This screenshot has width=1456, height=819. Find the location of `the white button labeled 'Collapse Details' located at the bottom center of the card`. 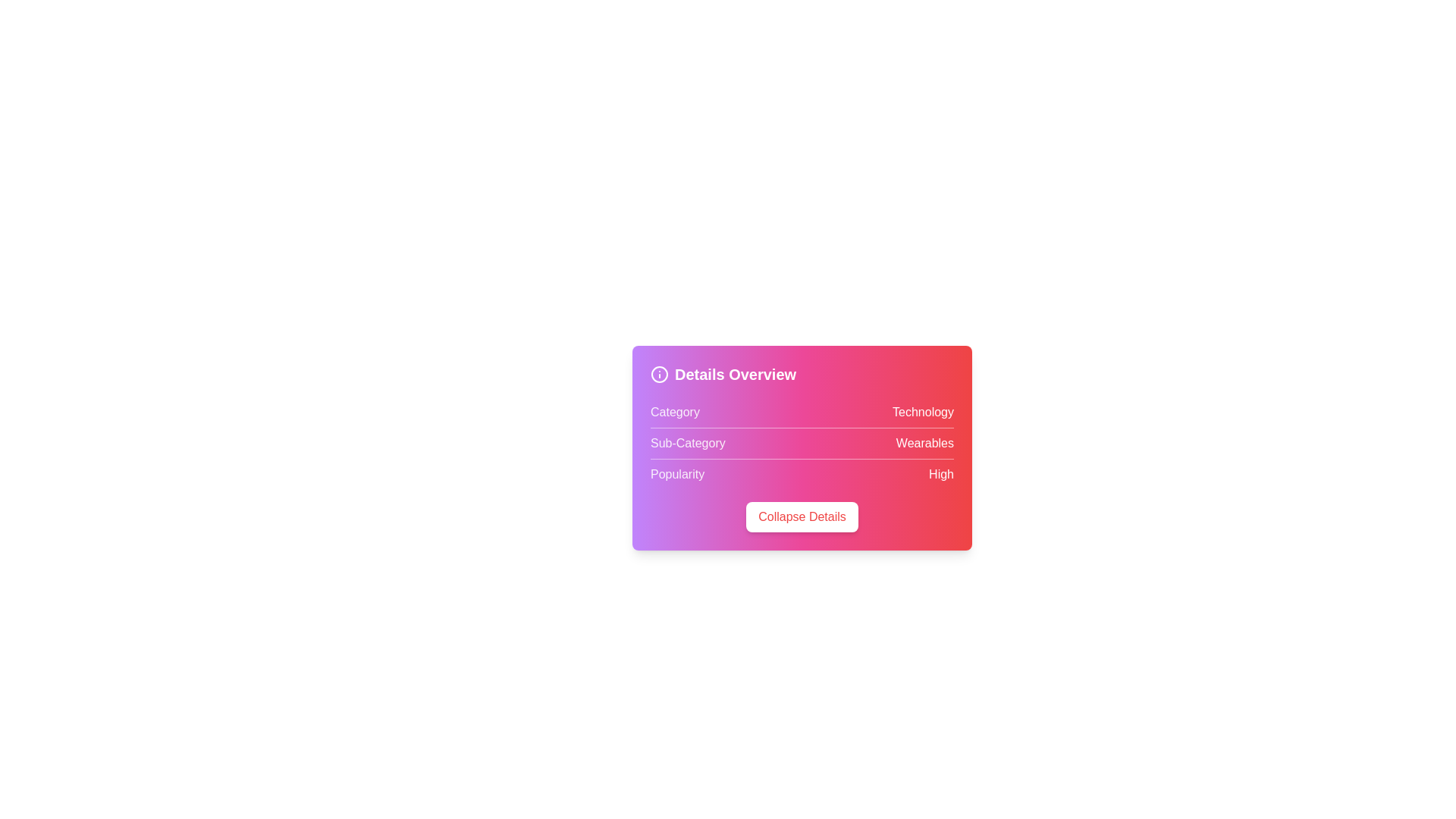

the white button labeled 'Collapse Details' located at the bottom center of the card is located at coordinates (801, 516).